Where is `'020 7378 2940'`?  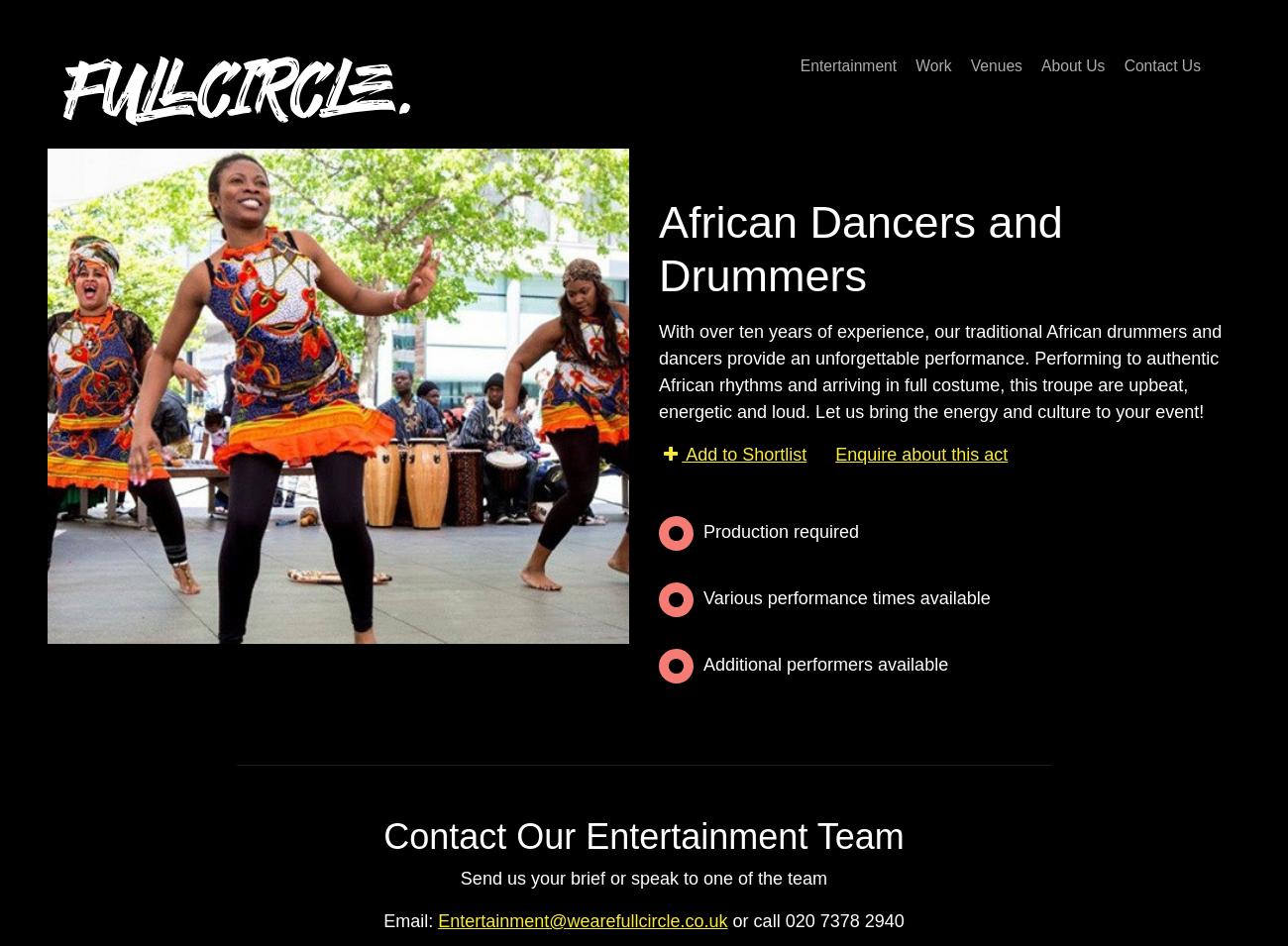 '020 7378 2940' is located at coordinates (844, 920).